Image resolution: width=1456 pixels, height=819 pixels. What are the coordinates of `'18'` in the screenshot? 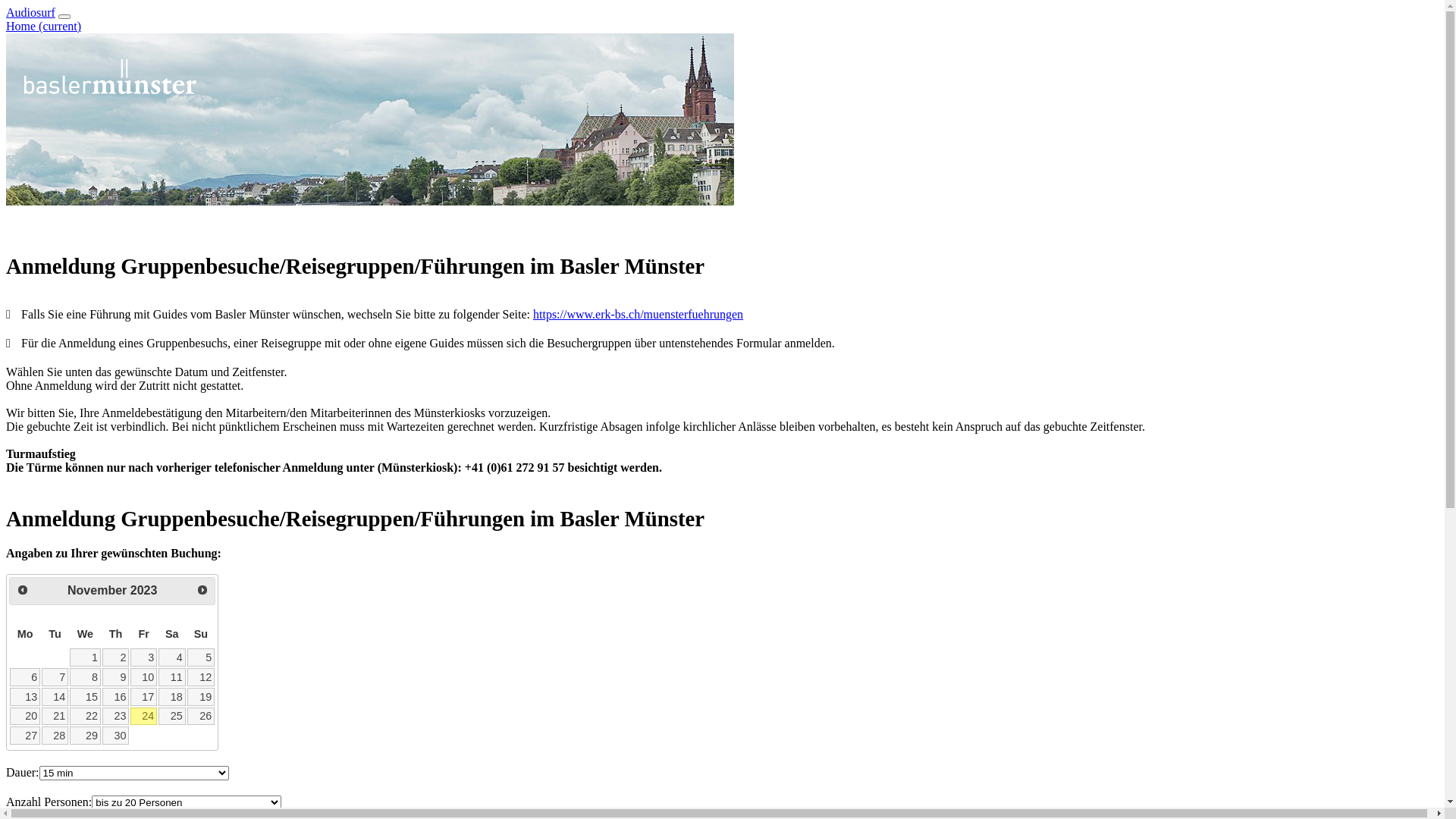 It's located at (171, 696).